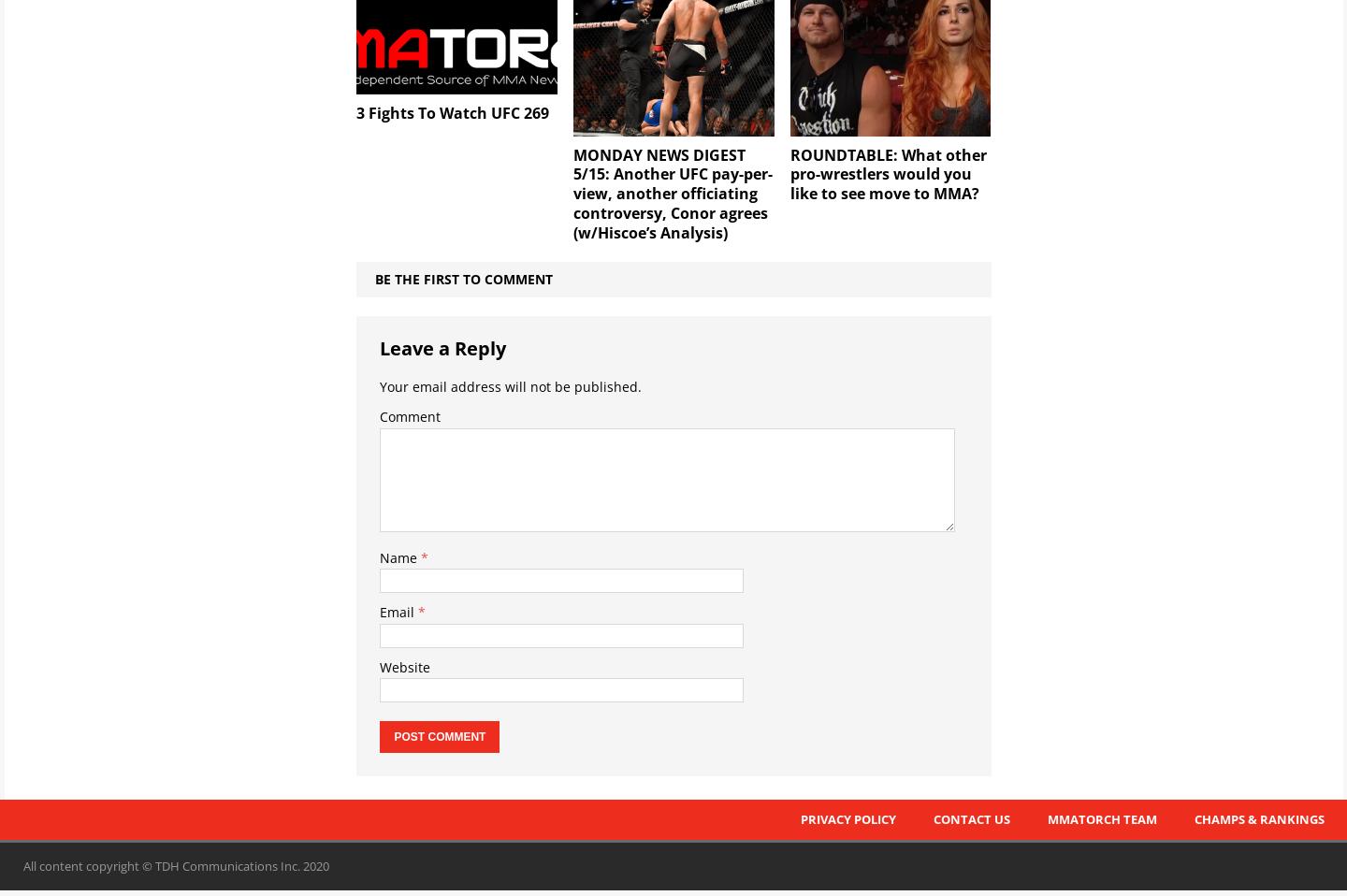  Describe the element at coordinates (462, 278) in the screenshot. I see `'Be the first to comment'` at that location.